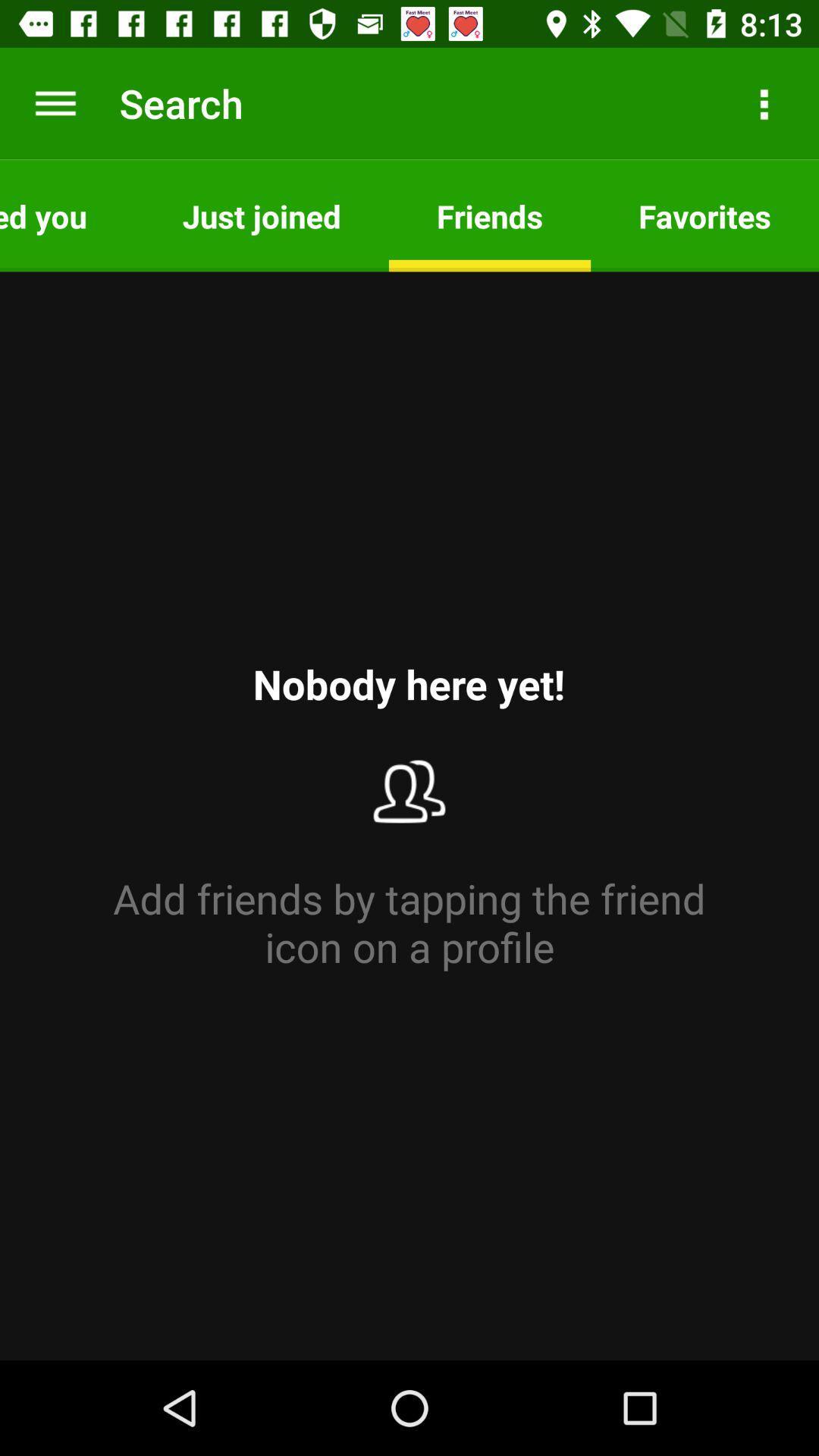  Describe the element at coordinates (261, 215) in the screenshot. I see `the just joined` at that location.